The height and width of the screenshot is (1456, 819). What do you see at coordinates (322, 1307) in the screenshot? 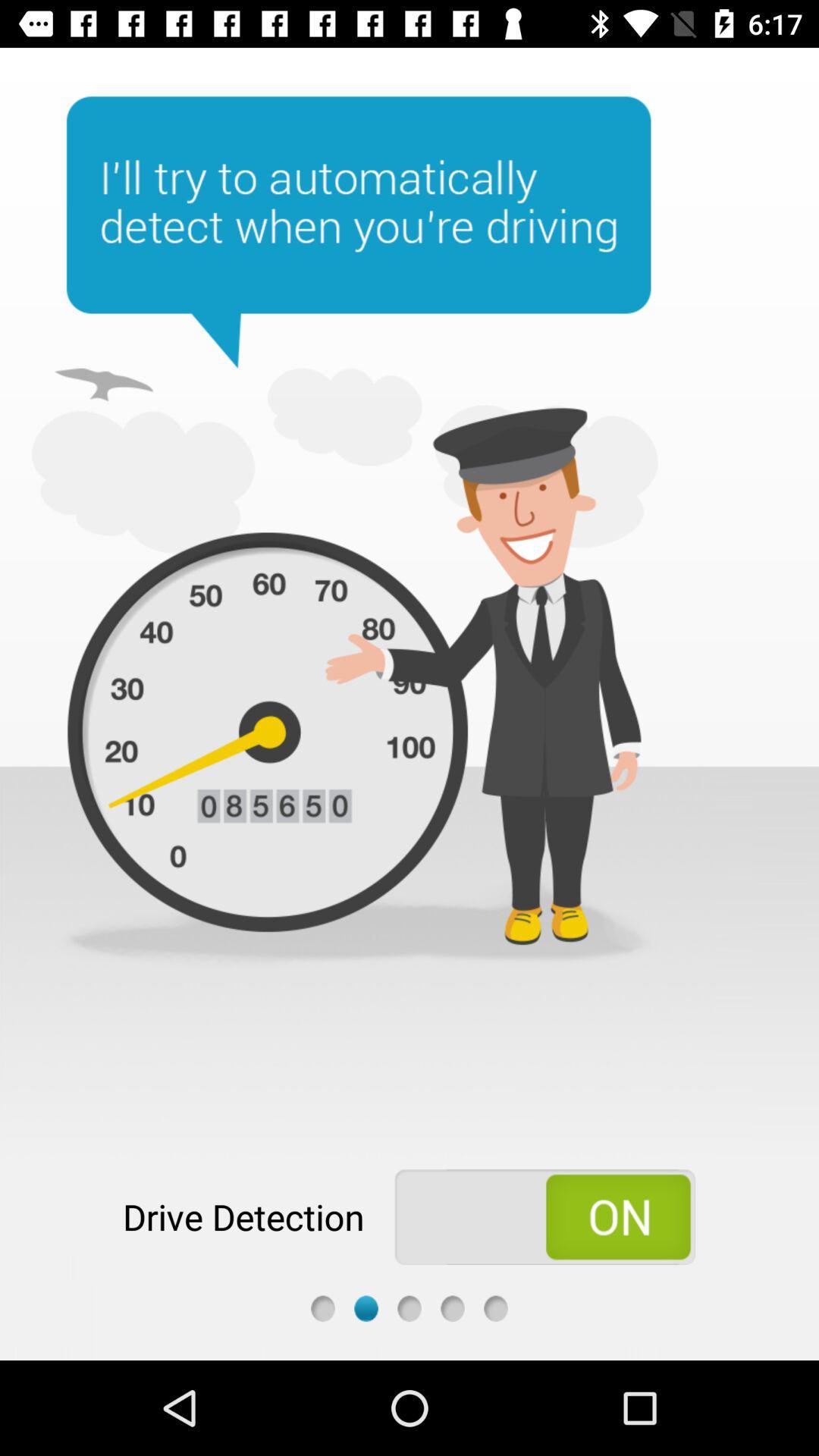
I see `first screen` at bounding box center [322, 1307].